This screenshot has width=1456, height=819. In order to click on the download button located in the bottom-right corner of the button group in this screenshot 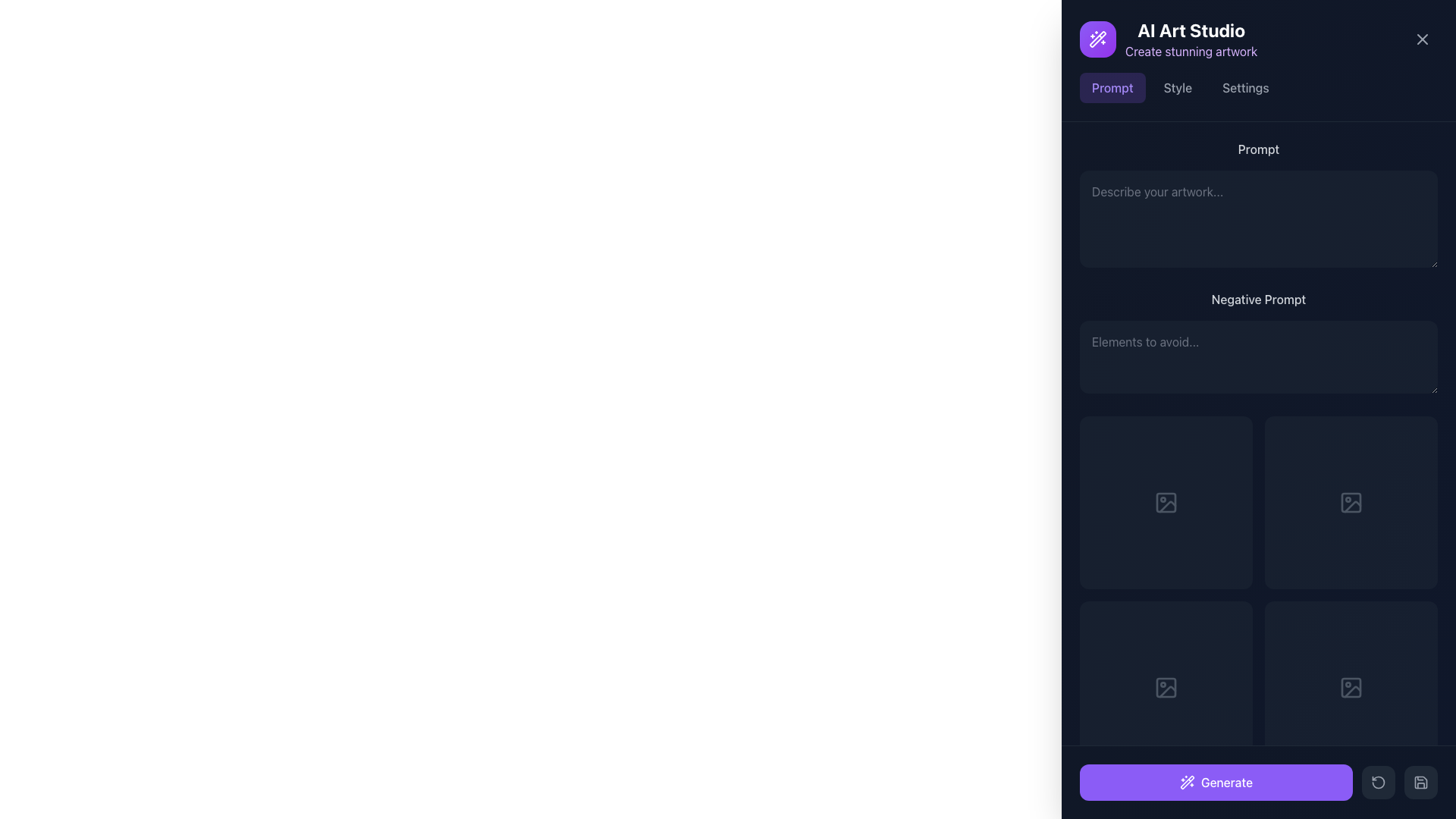, I will do `click(1371, 503)`.